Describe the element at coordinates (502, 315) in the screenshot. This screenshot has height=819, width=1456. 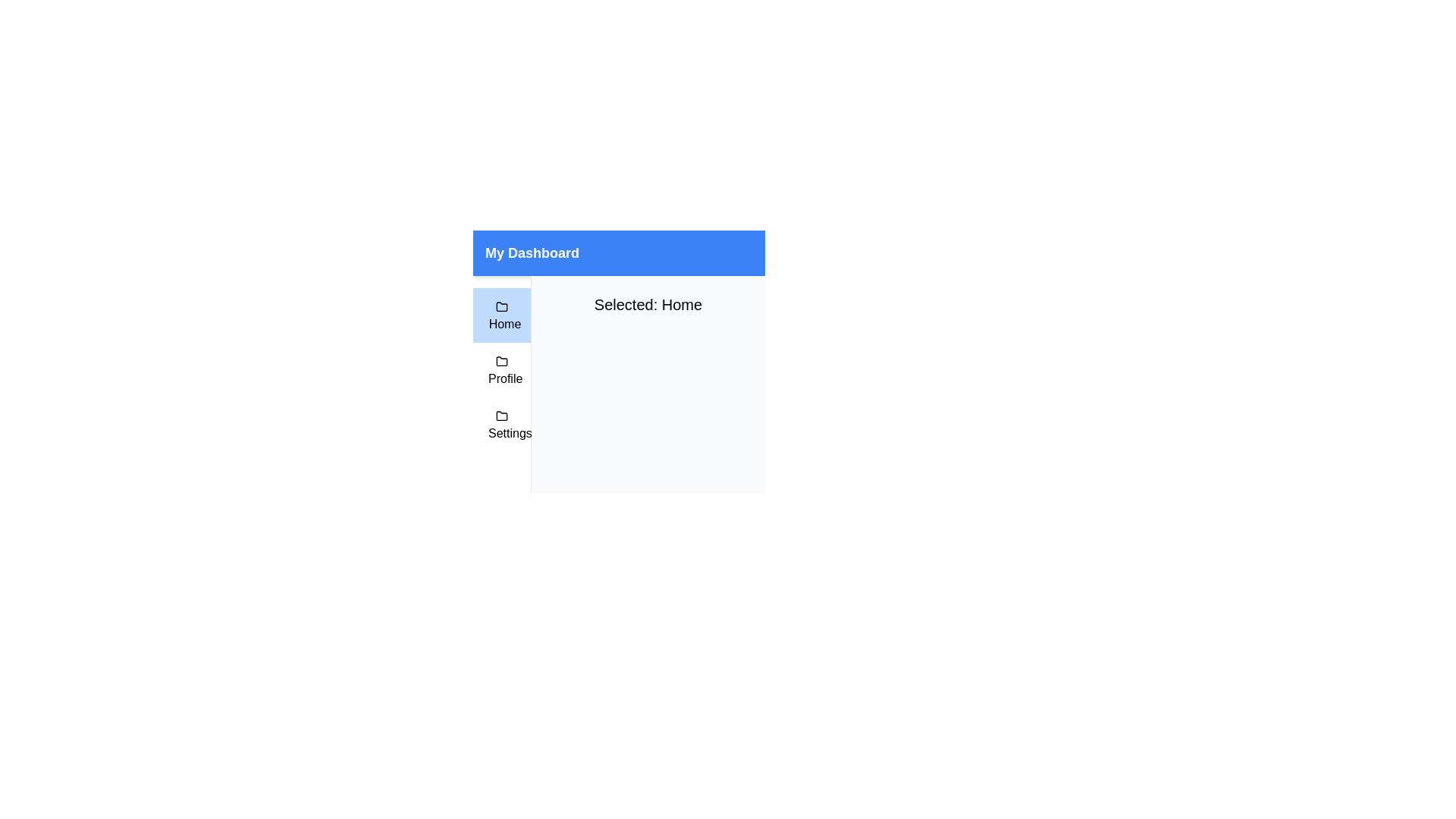
I see `the first Navigation button in the side panel` at that location.